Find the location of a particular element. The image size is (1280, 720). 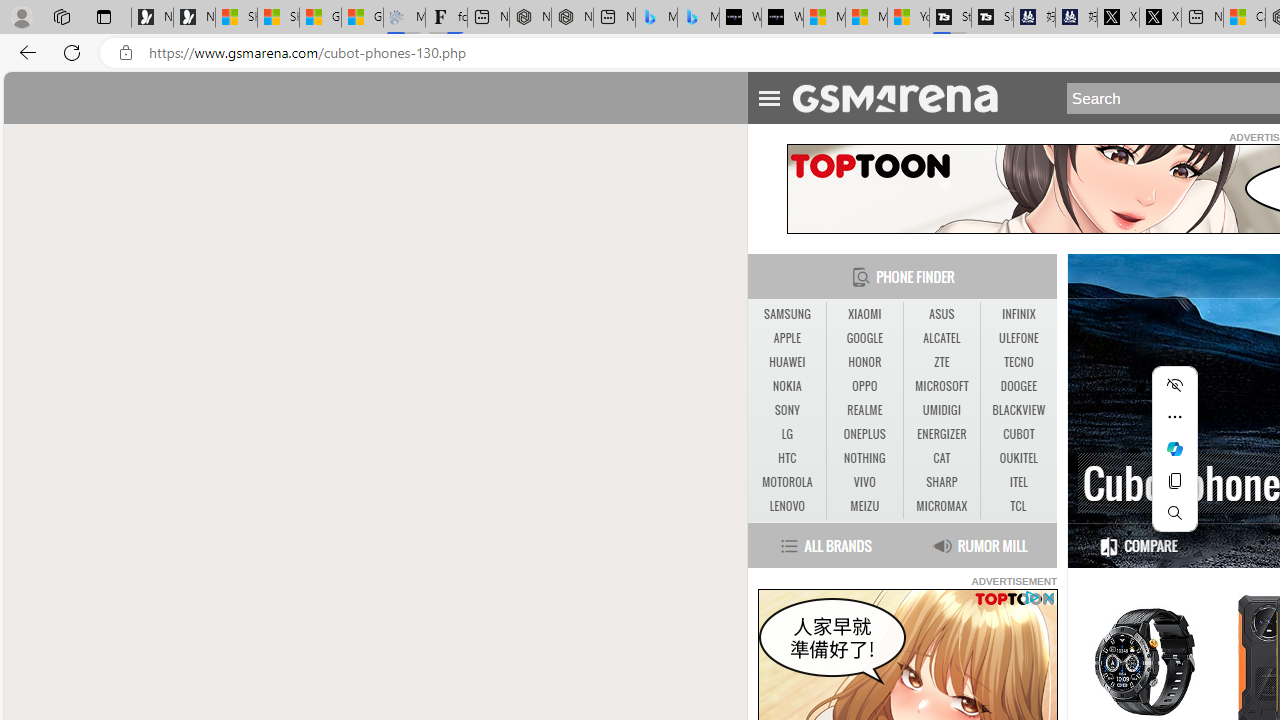

'ENERGIZER' is located at coordinates (940, 433).